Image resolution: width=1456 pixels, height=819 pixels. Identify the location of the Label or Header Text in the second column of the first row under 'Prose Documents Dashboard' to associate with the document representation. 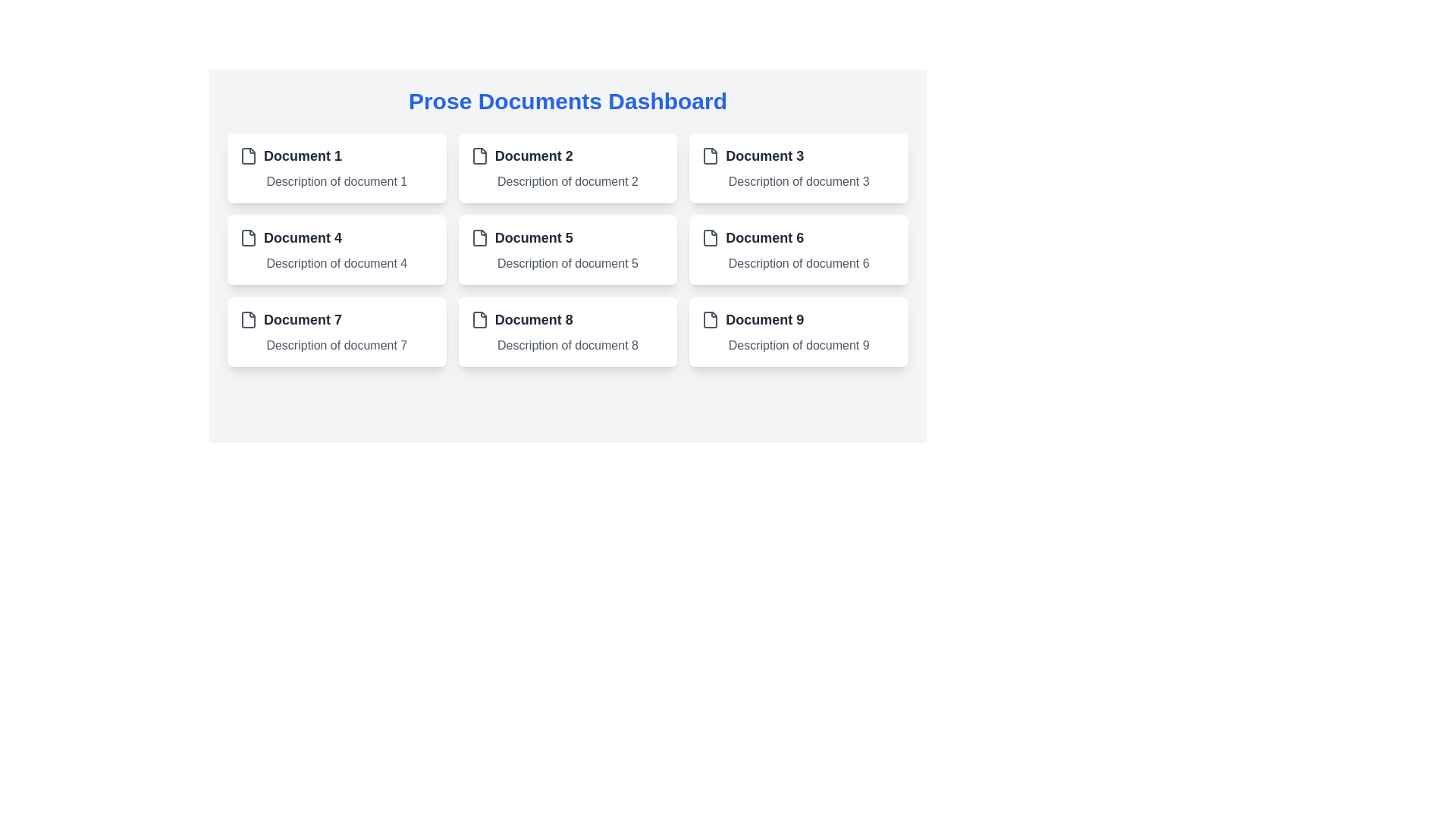
(566, 155).